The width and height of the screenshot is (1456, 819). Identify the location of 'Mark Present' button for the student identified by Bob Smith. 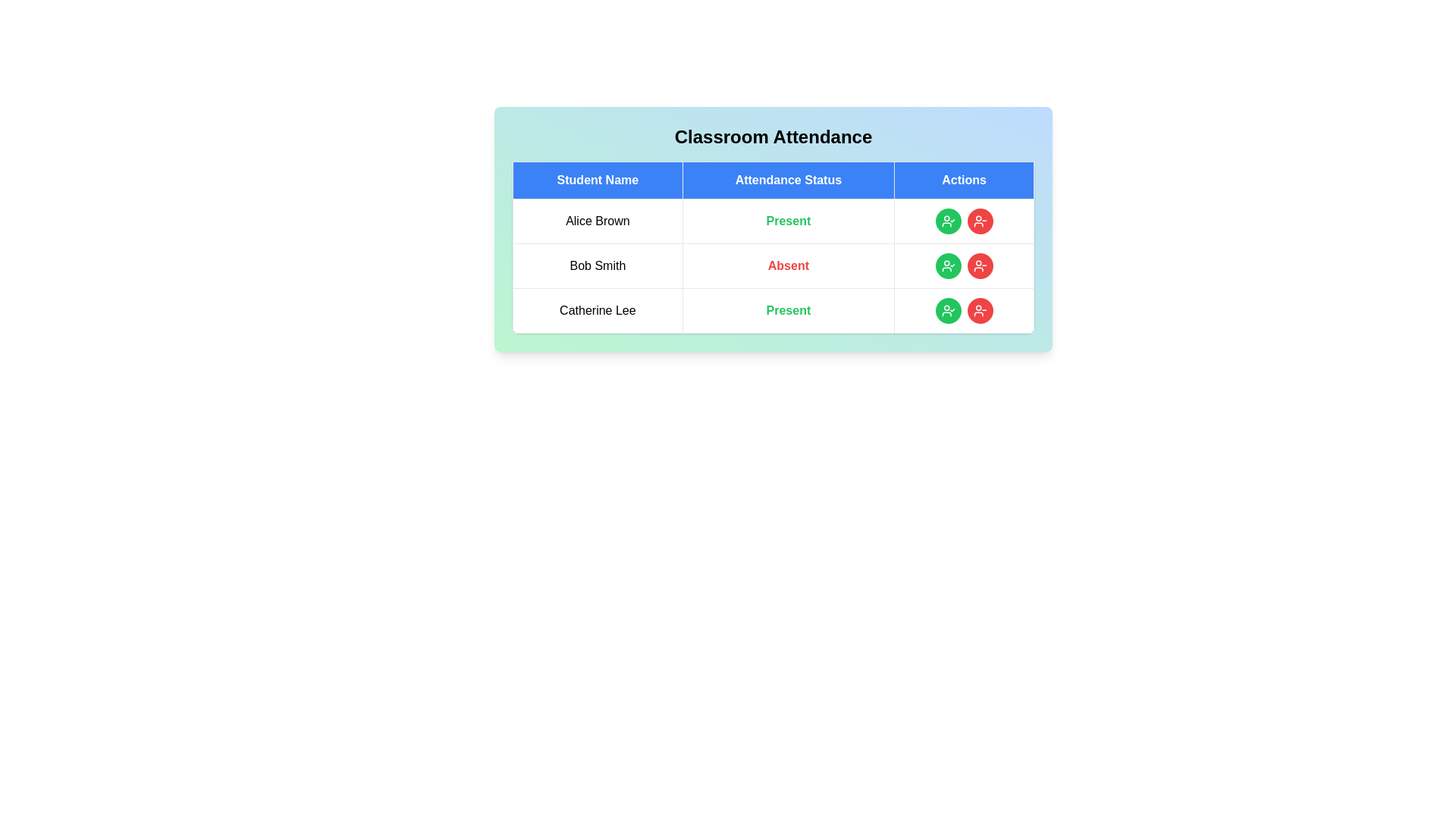
(947, 265).